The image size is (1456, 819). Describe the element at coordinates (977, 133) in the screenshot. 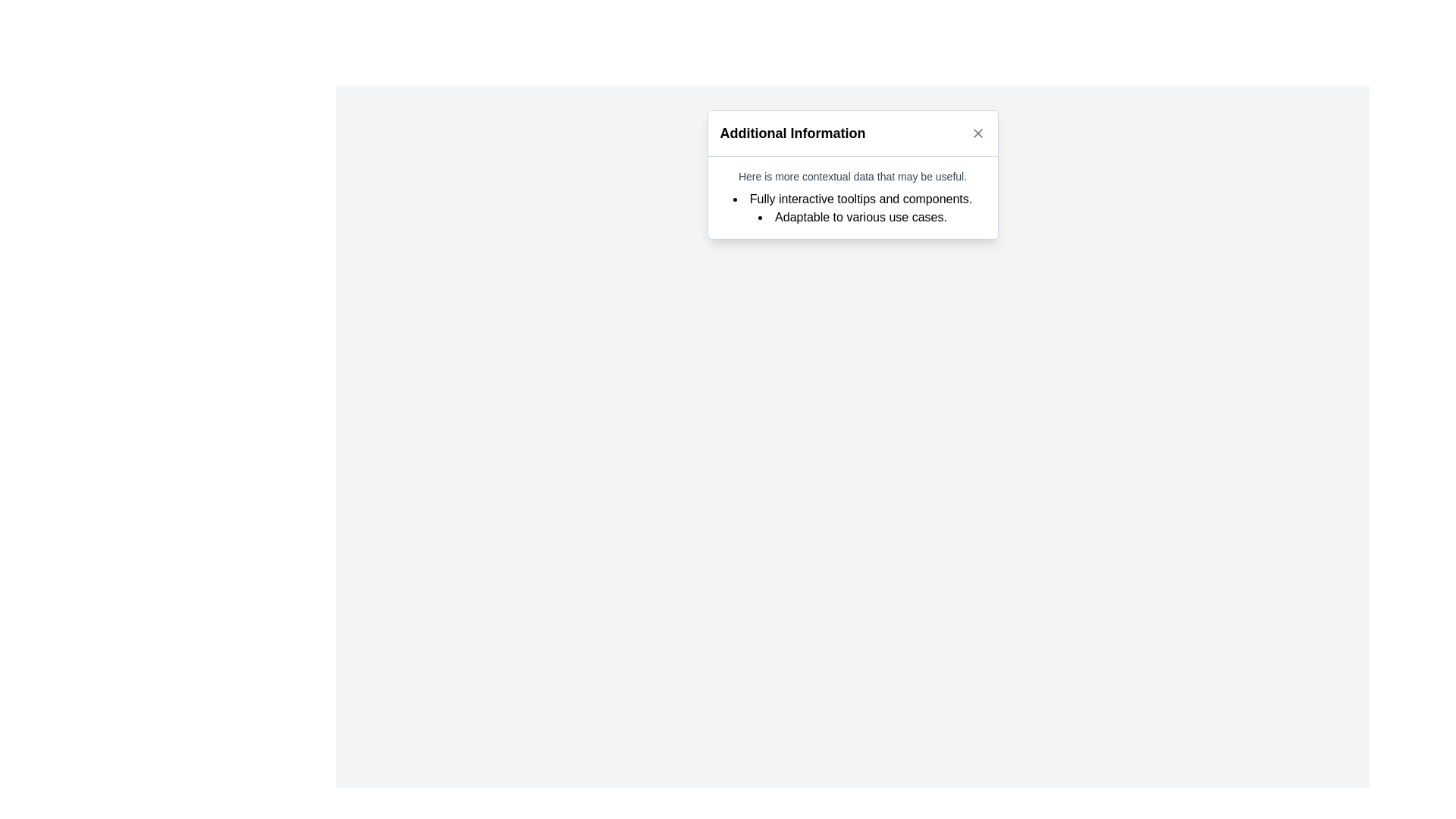

I see `the close button icon located in the top-right corner of the 'Additional Information' box` at that location.